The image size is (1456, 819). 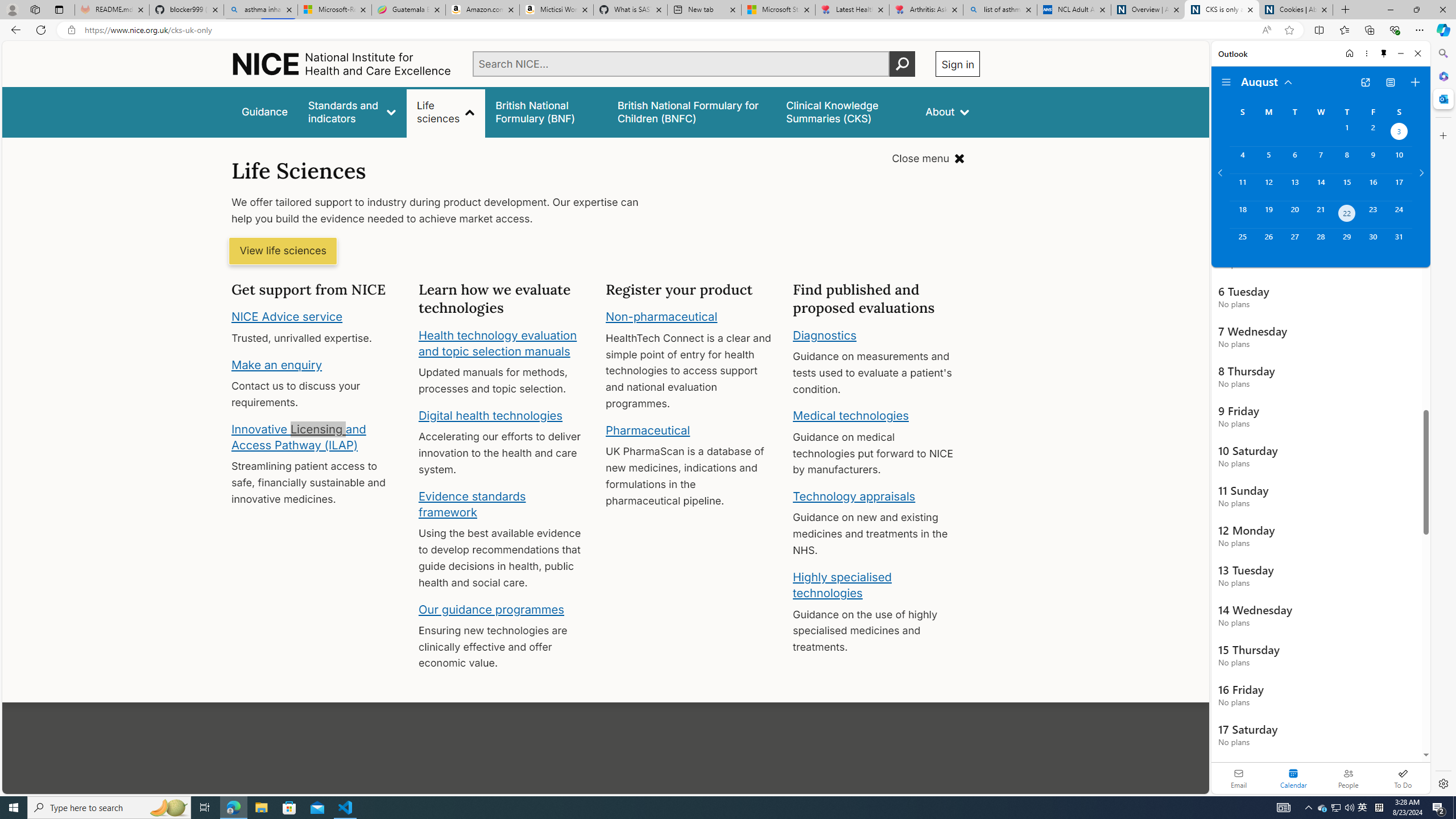 I want to click on 'Thursday, August 1, 2024. ', so click(x=1347, y=133).